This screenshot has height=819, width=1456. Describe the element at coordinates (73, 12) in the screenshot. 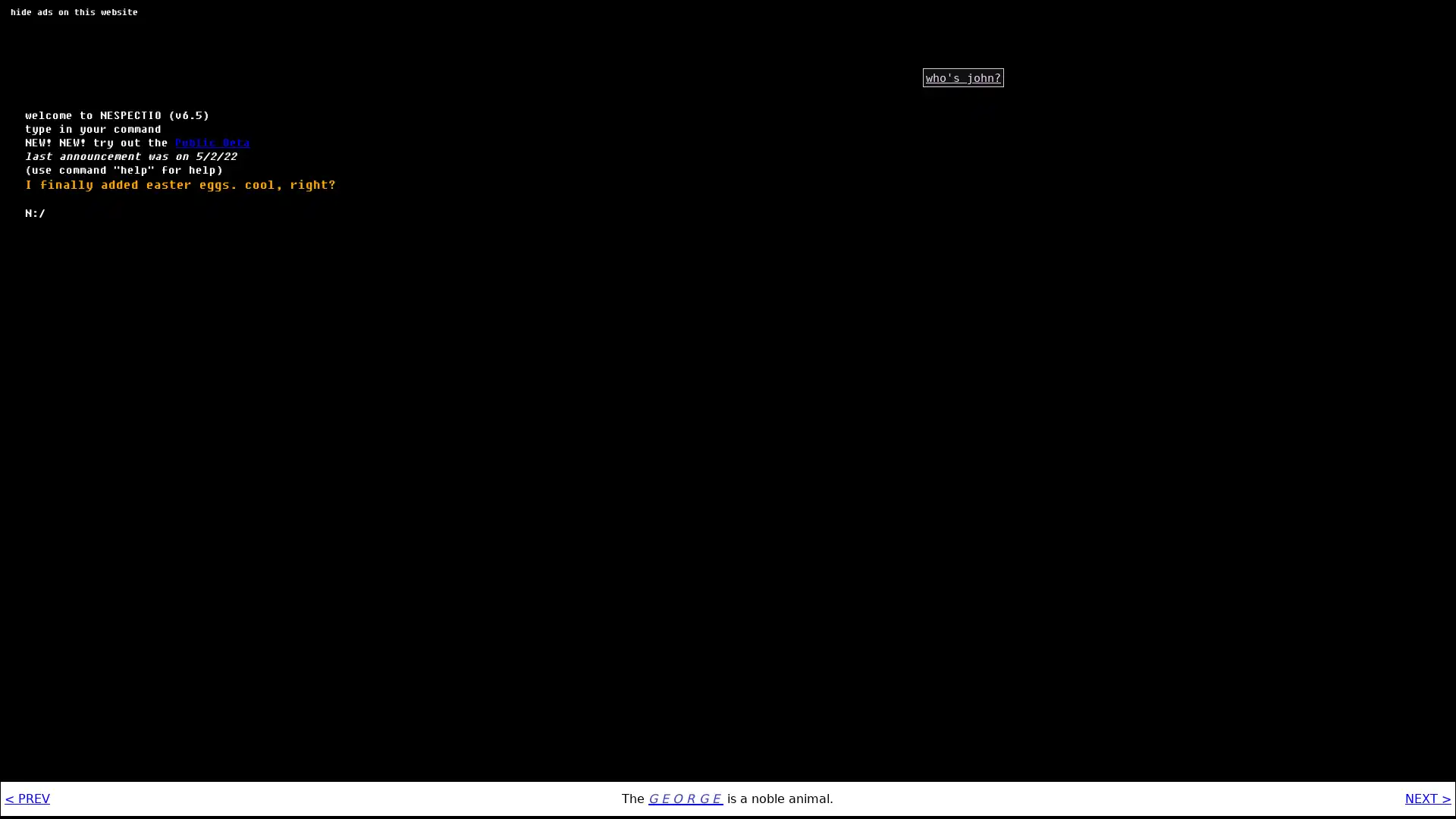

I see `hide ads on this website` at that location.